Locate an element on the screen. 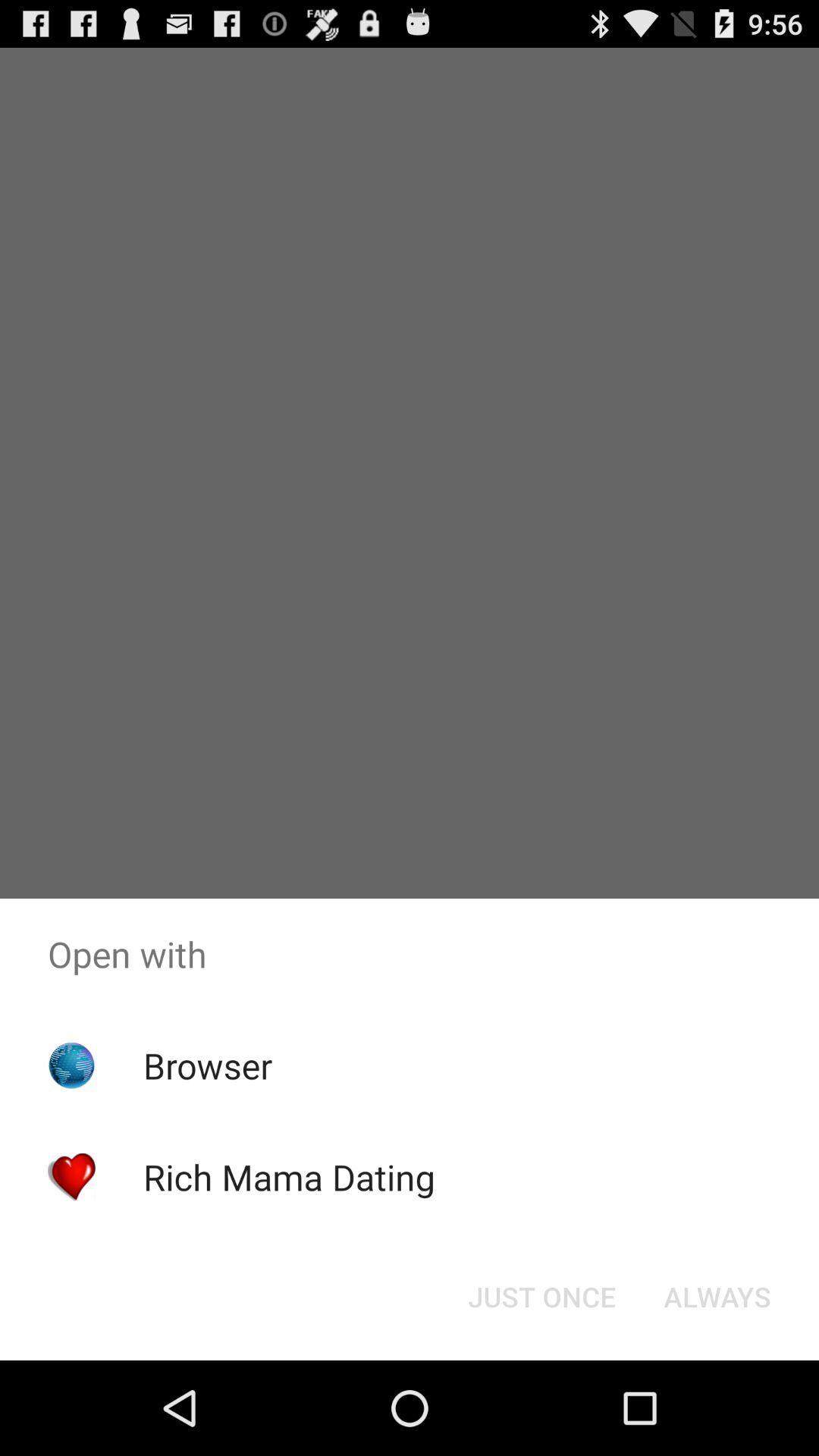 The height and width of the screenshot is (1456, 819). the button next to always is located at coordinates (541, 1295).